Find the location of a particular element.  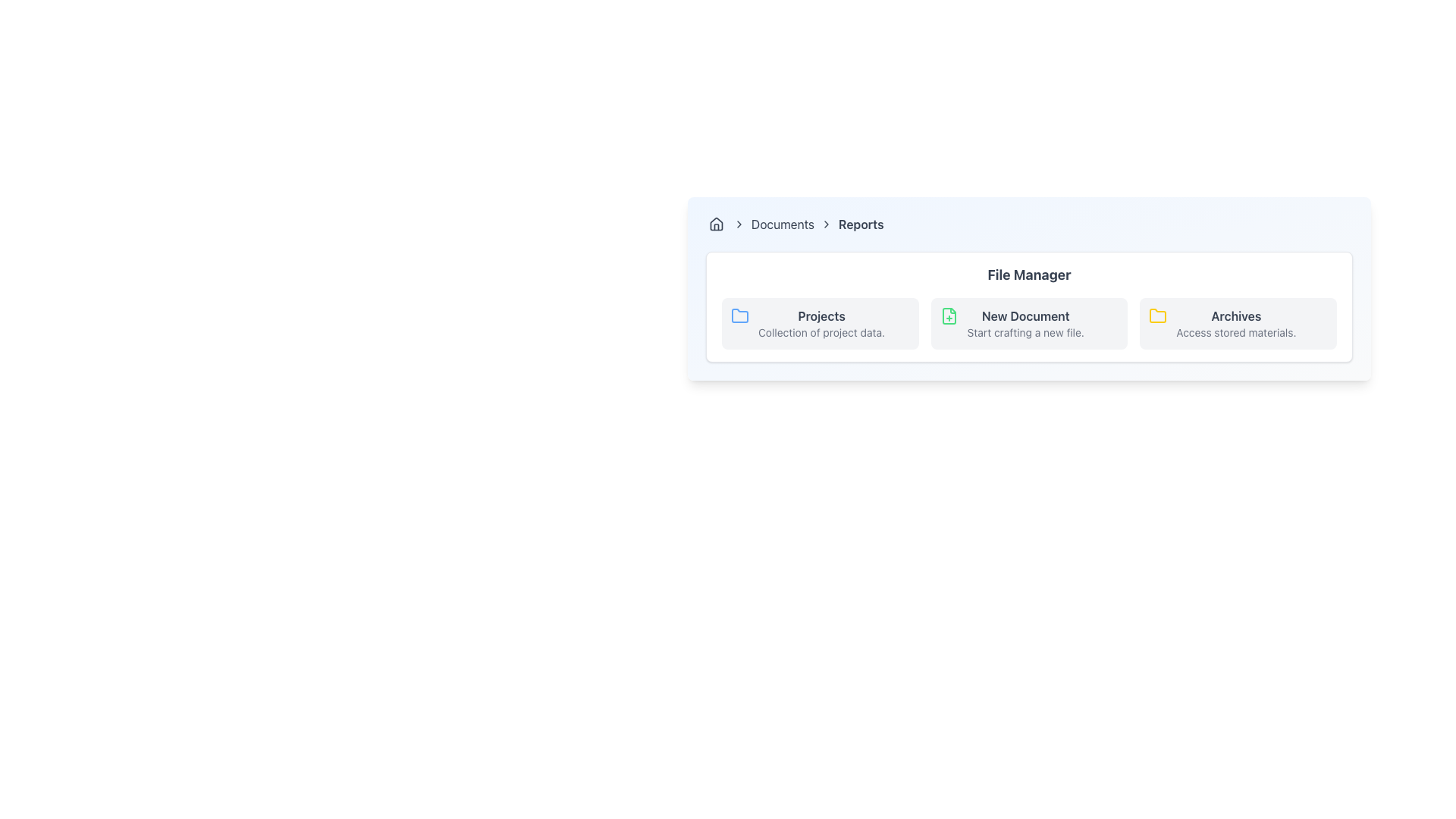

the 'Projects' label, which is bold and gray, located in the 'File Manager' section next to the folder icon and above the description text is located at coordinates (821, 315).